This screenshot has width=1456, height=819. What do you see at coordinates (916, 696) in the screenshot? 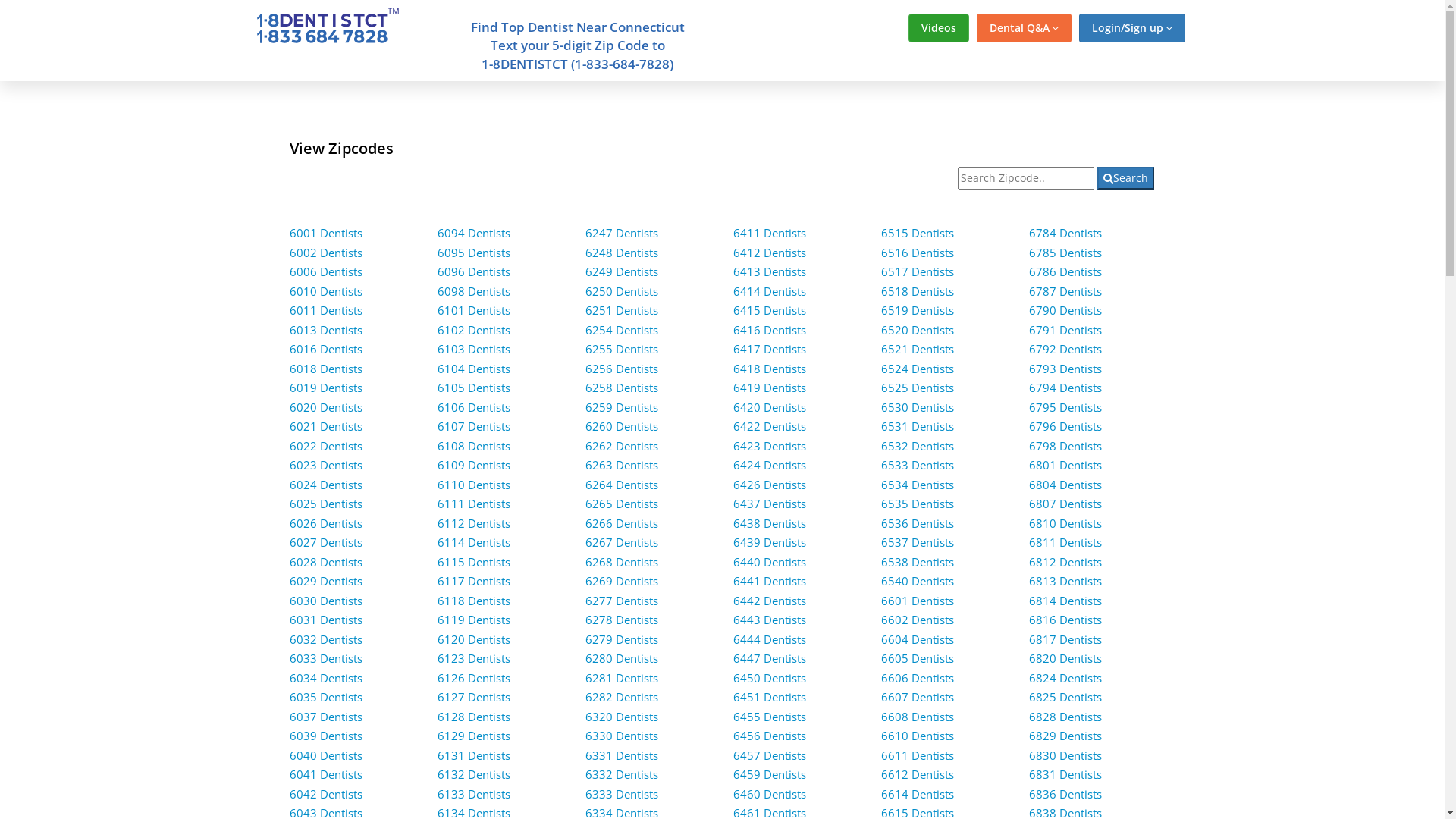
I see `'6607 Dentists'` at bounding box center [916, 696].